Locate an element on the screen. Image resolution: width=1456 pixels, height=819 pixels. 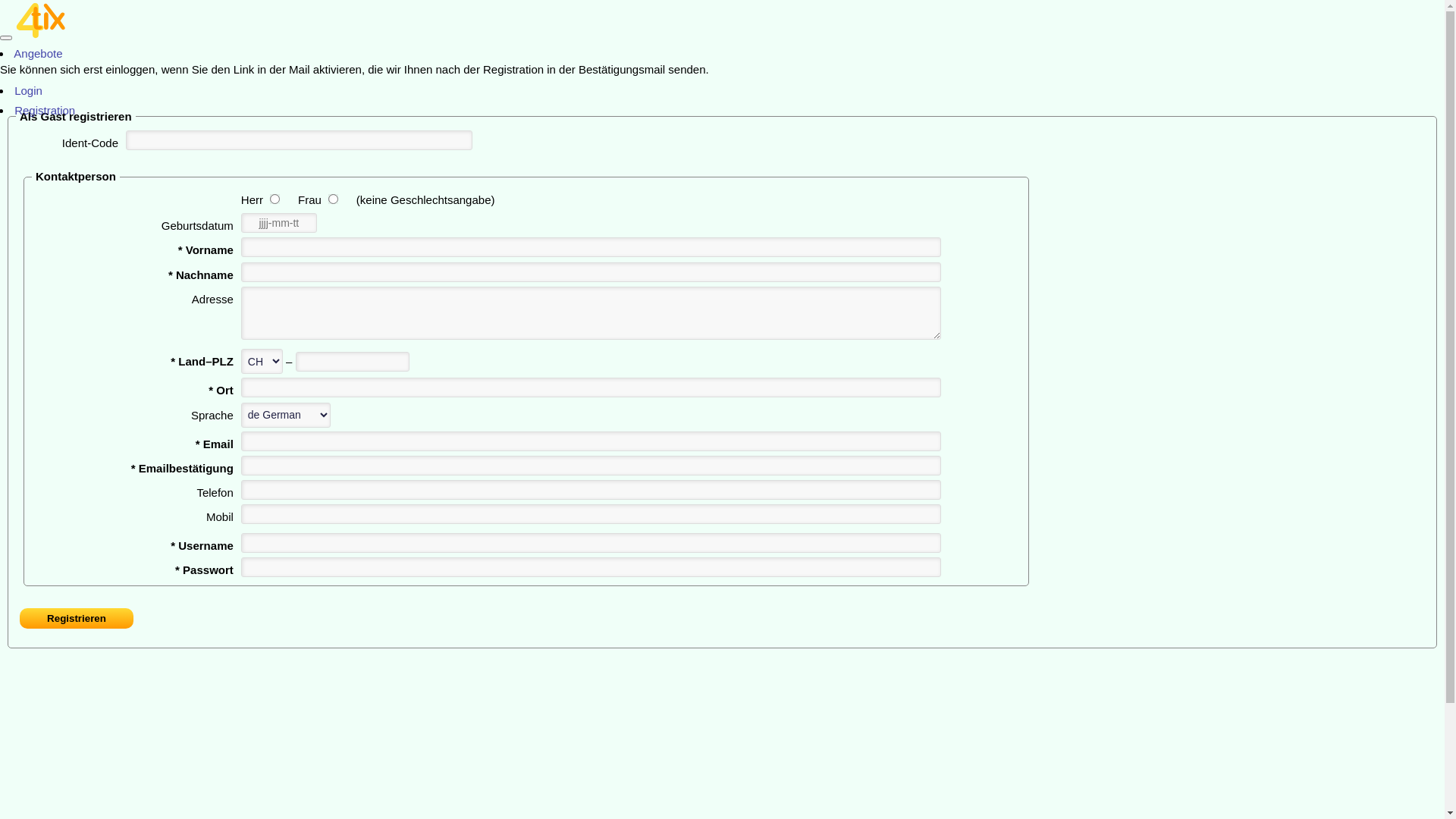
'Registrieren' is located at coordinates (75, 618).